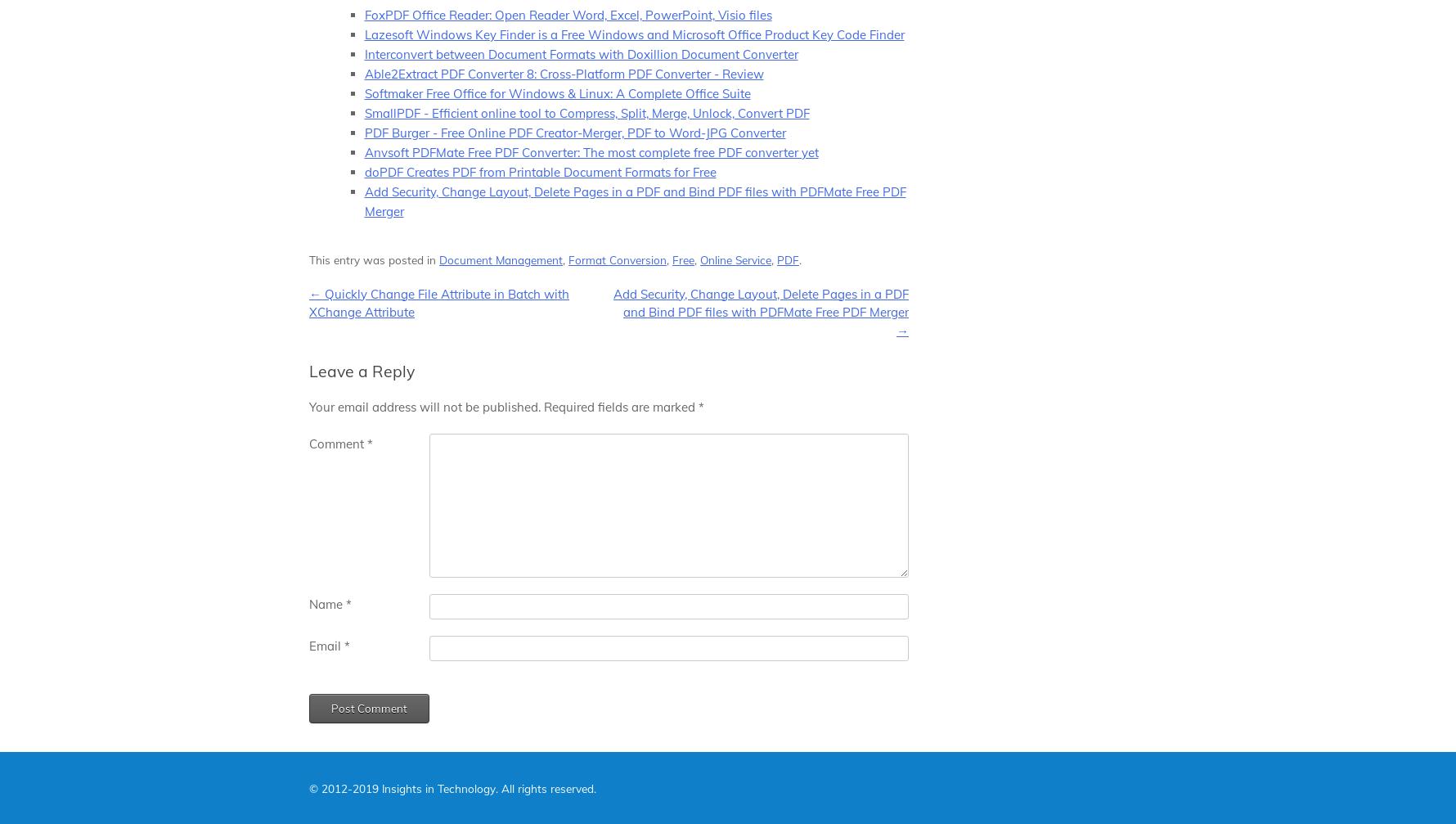 This screenshot has width=1456, height=824. I want to click on 'Softmaker Free Office for Windows & Linux: A Complete Office Suite', so click(556, 92).